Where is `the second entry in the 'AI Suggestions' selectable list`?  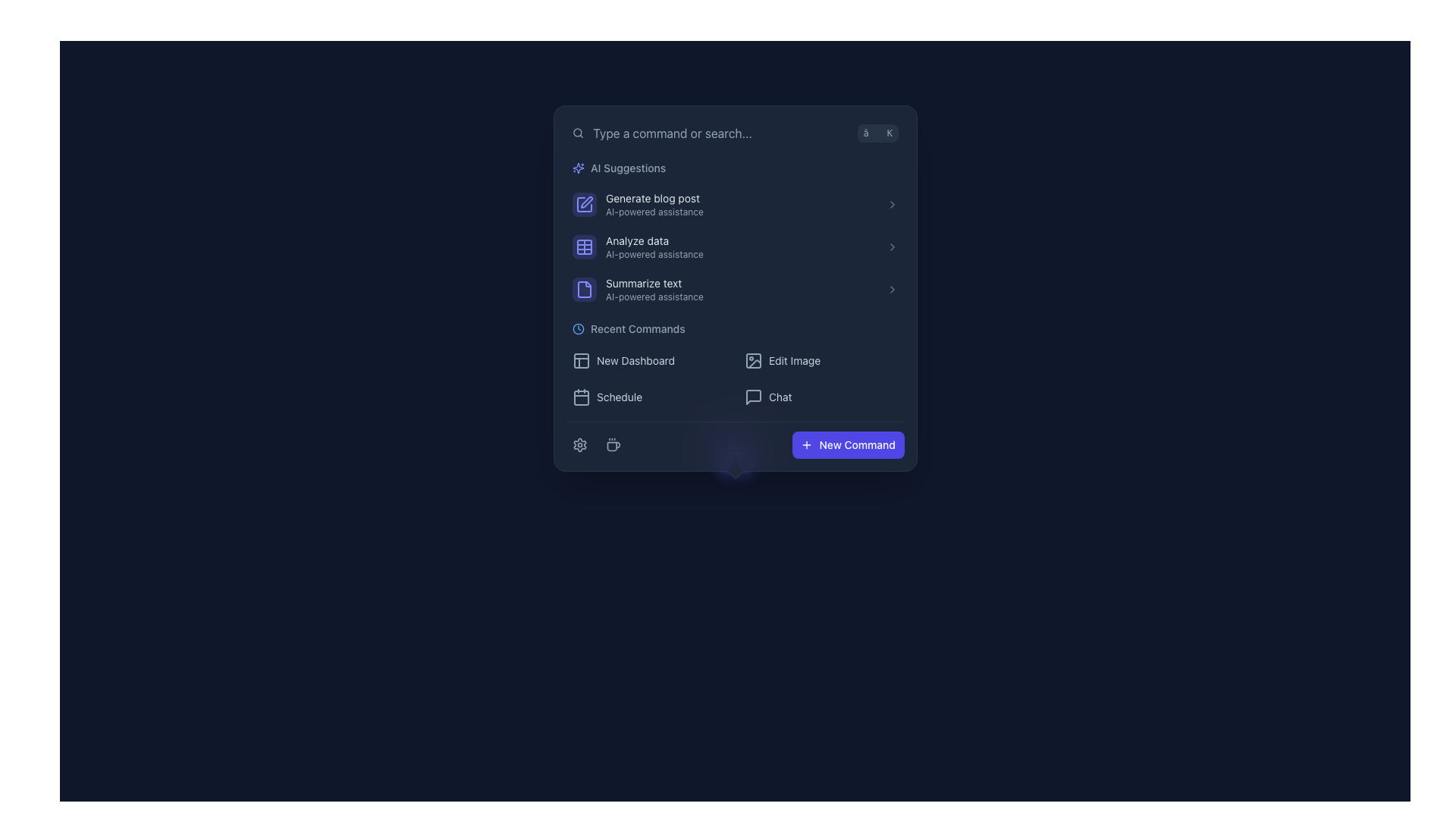
the second entry in the 'AI Suggestions' selectable list is located at coordinates (741, 246).